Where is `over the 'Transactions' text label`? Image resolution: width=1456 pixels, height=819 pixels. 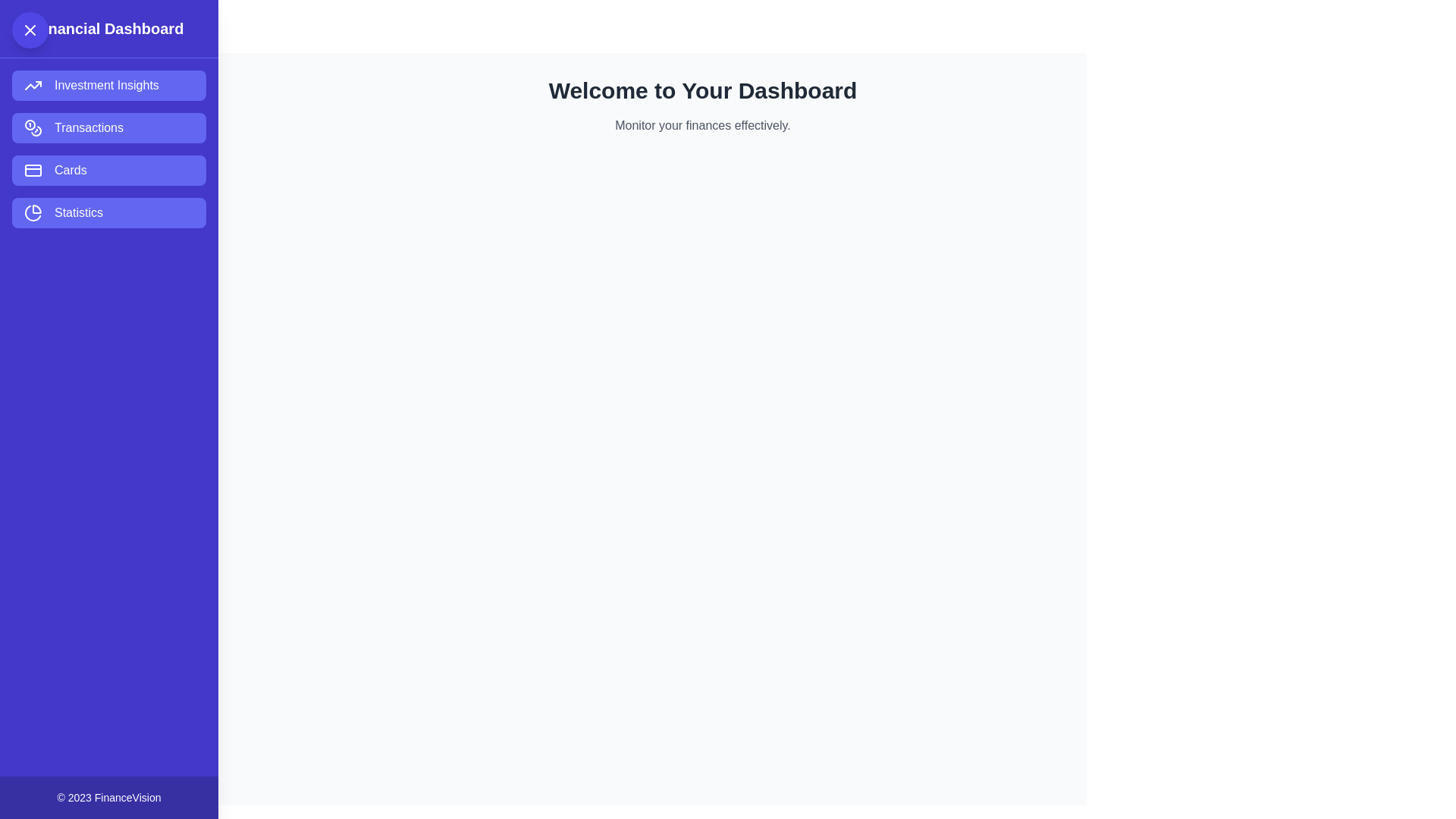
over the 'Transactions' text label is located at coordinates (88, 127).